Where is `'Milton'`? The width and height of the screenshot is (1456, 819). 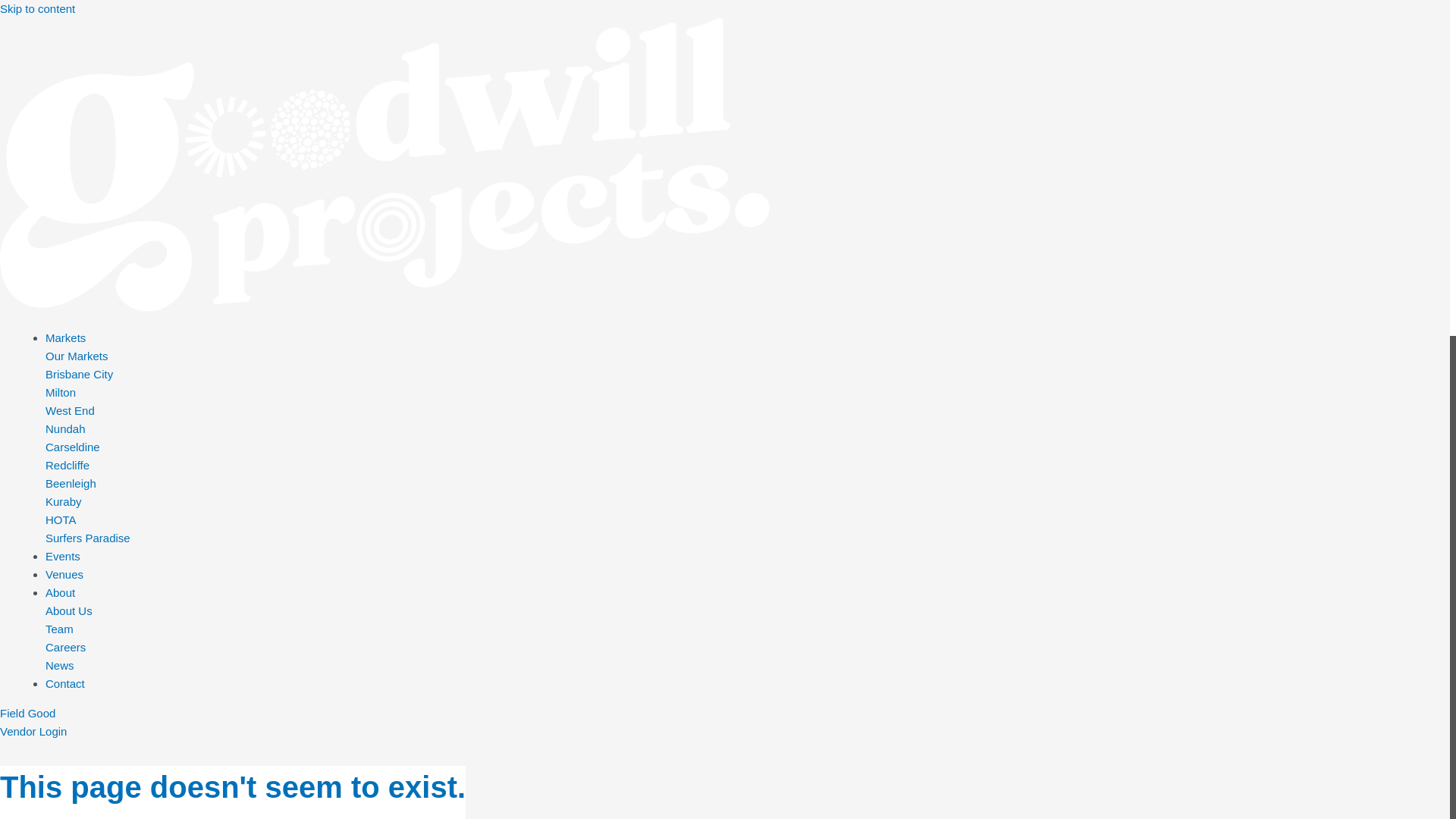
'Milton' is located at coordinates (61, 391).